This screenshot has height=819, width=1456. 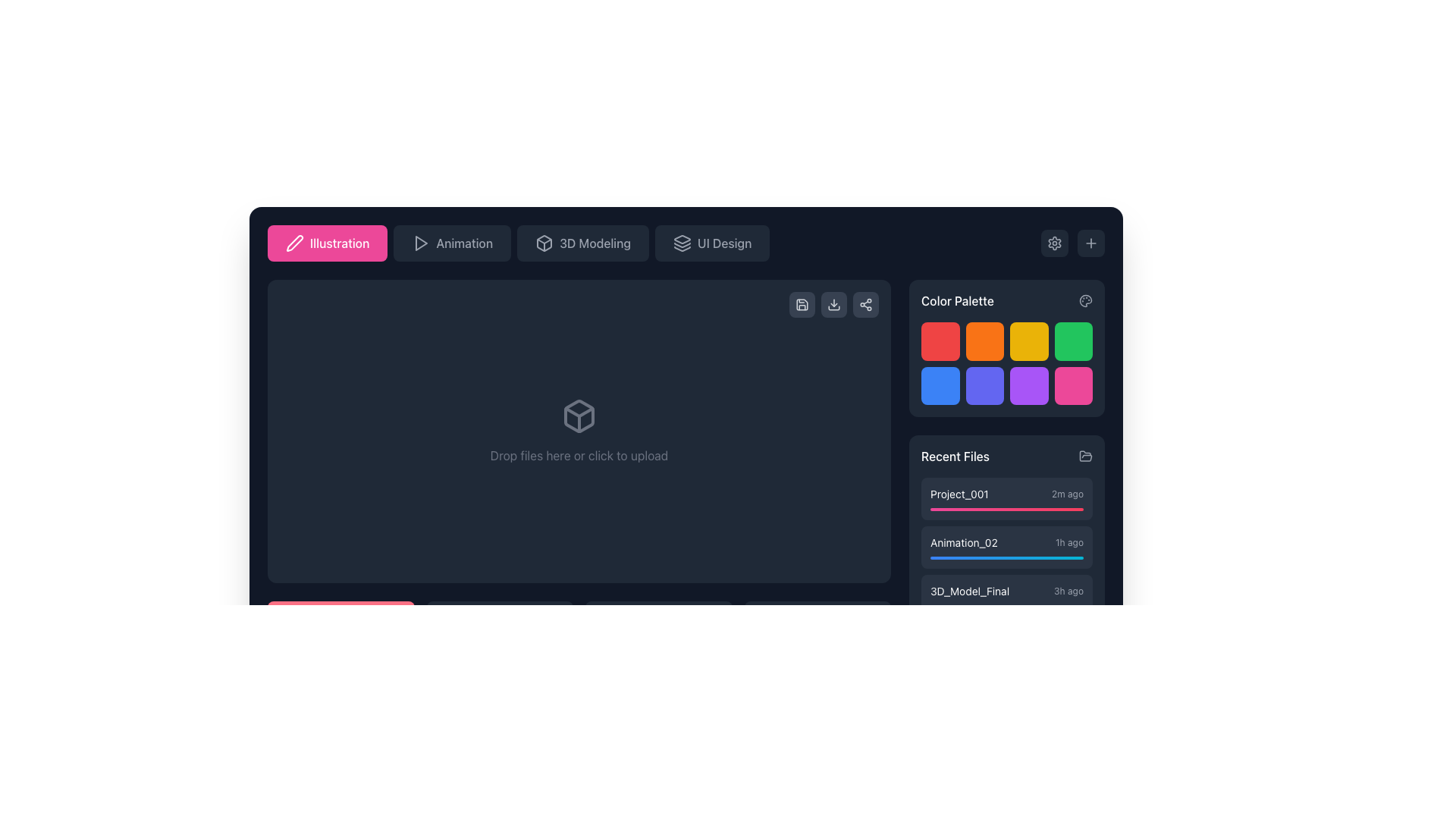 I want to click on the text label displaying '1h ago', which is styled in light gray and aligned to the right of the dark background interface, indicating a timestamp for the file entry 'Animation_02', so click(x=1068, y=542).